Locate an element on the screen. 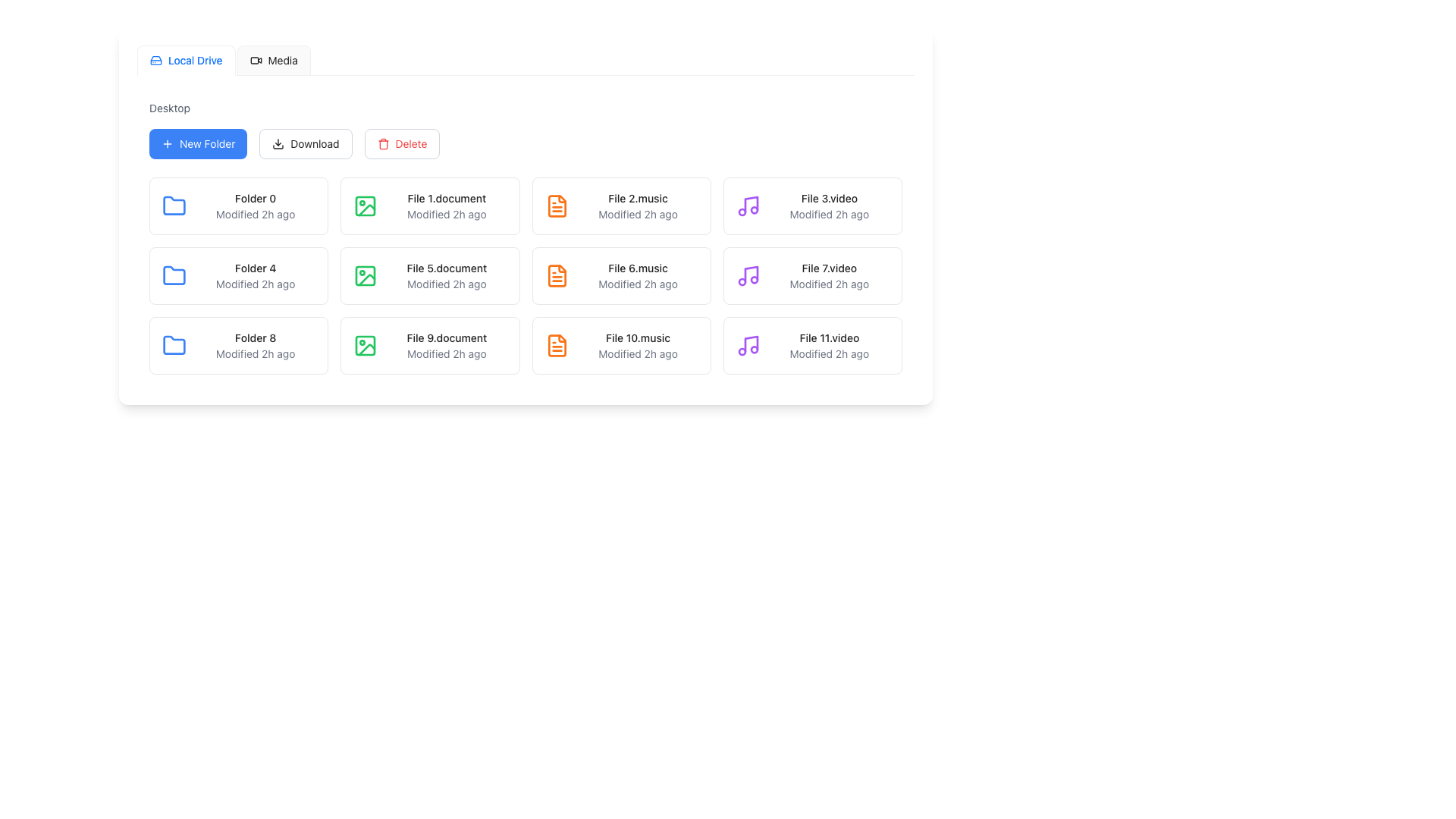  the clickable folder item named 'Folder 4', which is the first item in the second row of the grid layout is located at coordinates (238, 275).